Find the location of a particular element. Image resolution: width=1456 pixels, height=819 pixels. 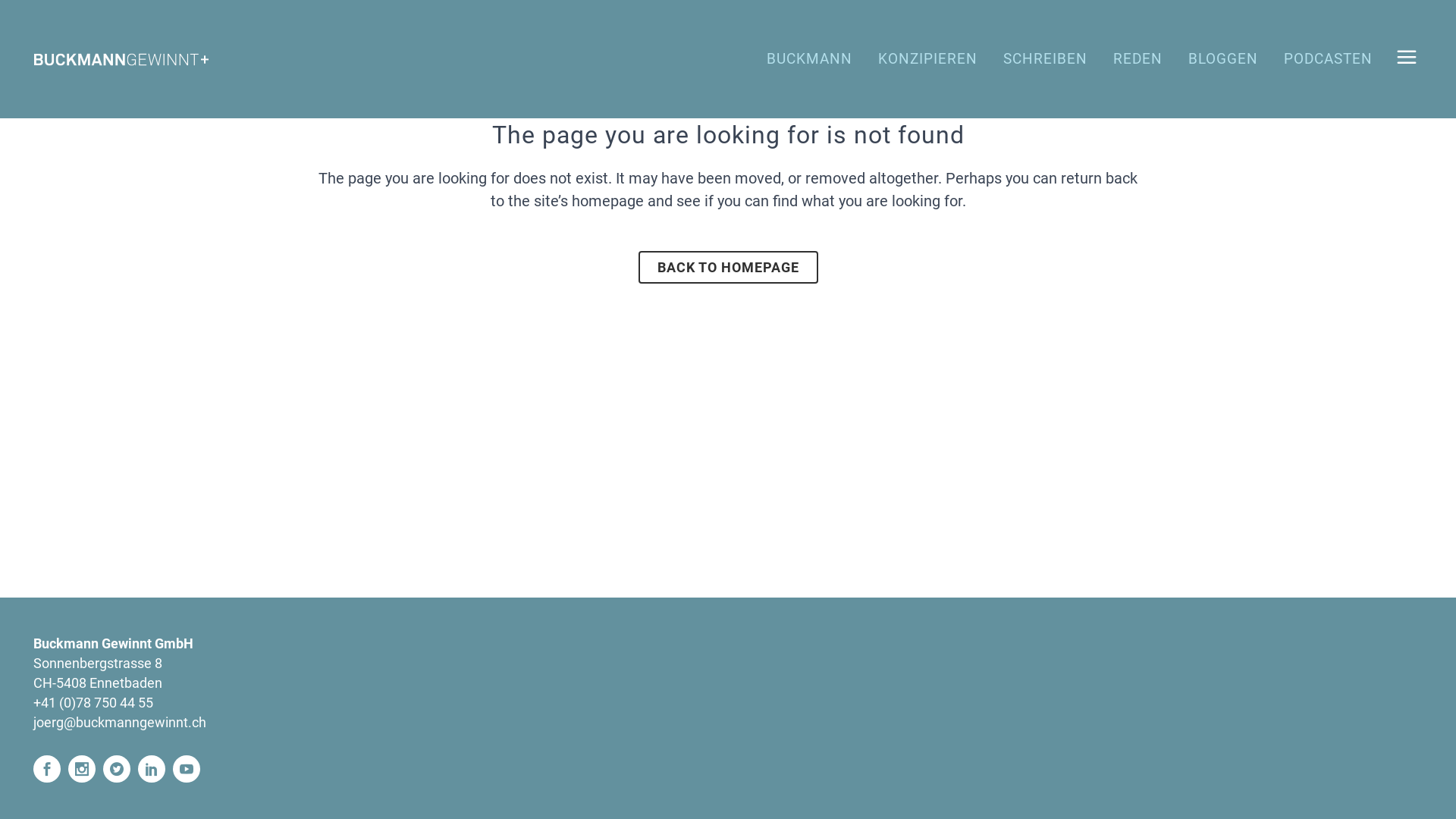

'BLOGGEN' is located at coordinates (1222, 58).